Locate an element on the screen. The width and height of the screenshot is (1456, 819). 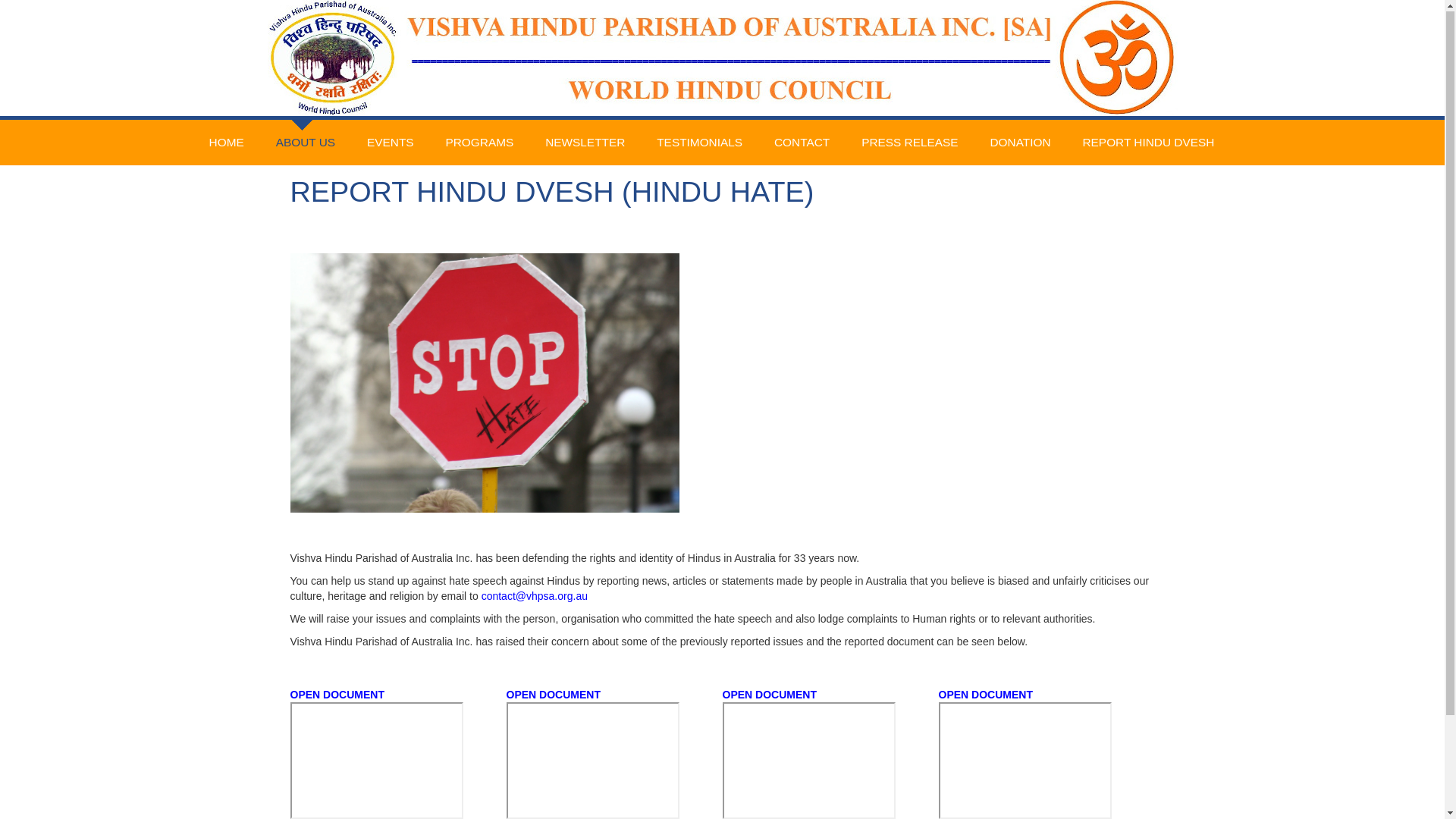
'PROGRAMS' is located at coordinates (479, 143).